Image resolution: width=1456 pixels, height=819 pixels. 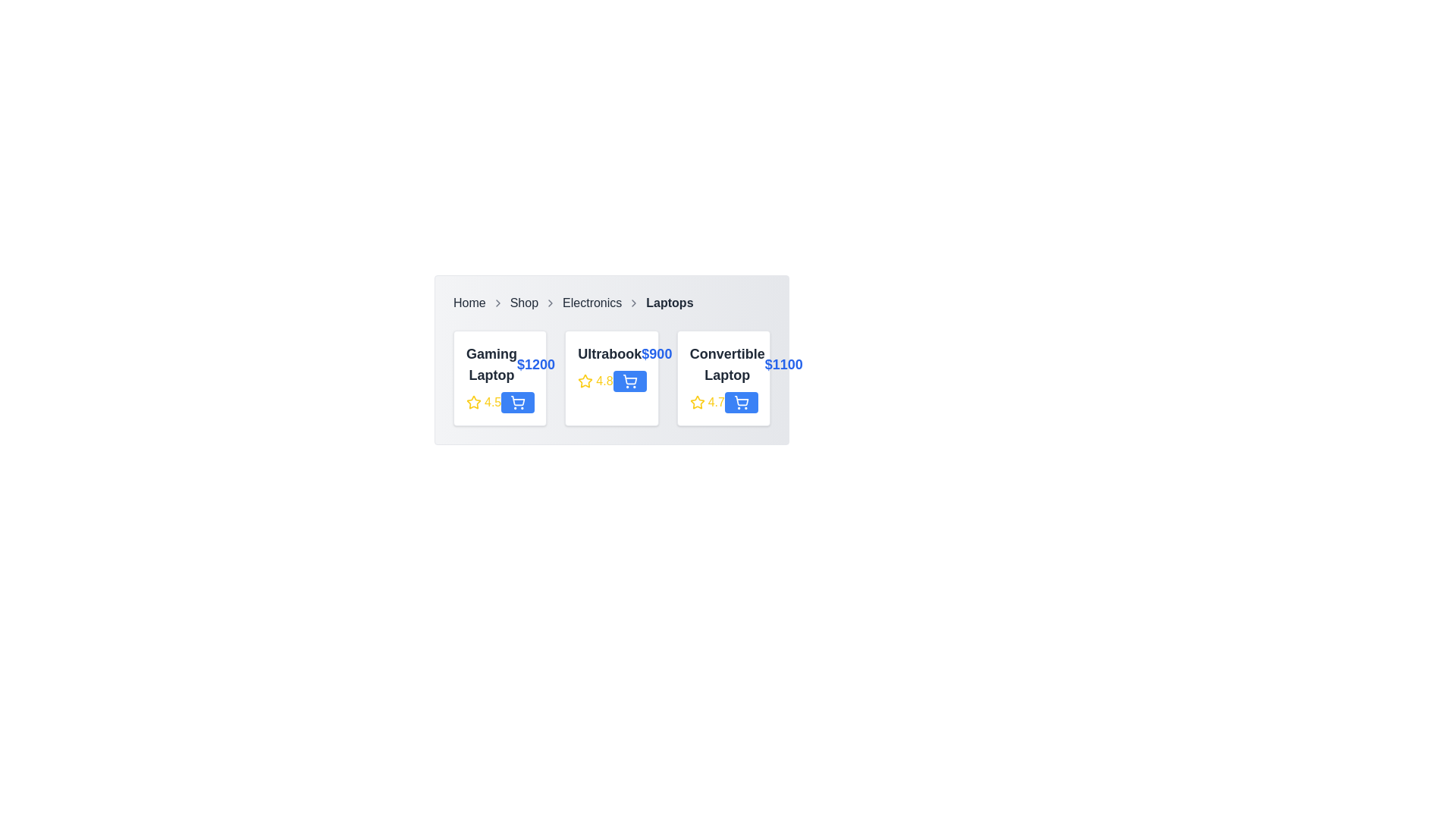 I want to click on any action buttons within the grid layout containing three laptop model blocks, styled with borders and distinct text formatting, so click(x=611, y=377).